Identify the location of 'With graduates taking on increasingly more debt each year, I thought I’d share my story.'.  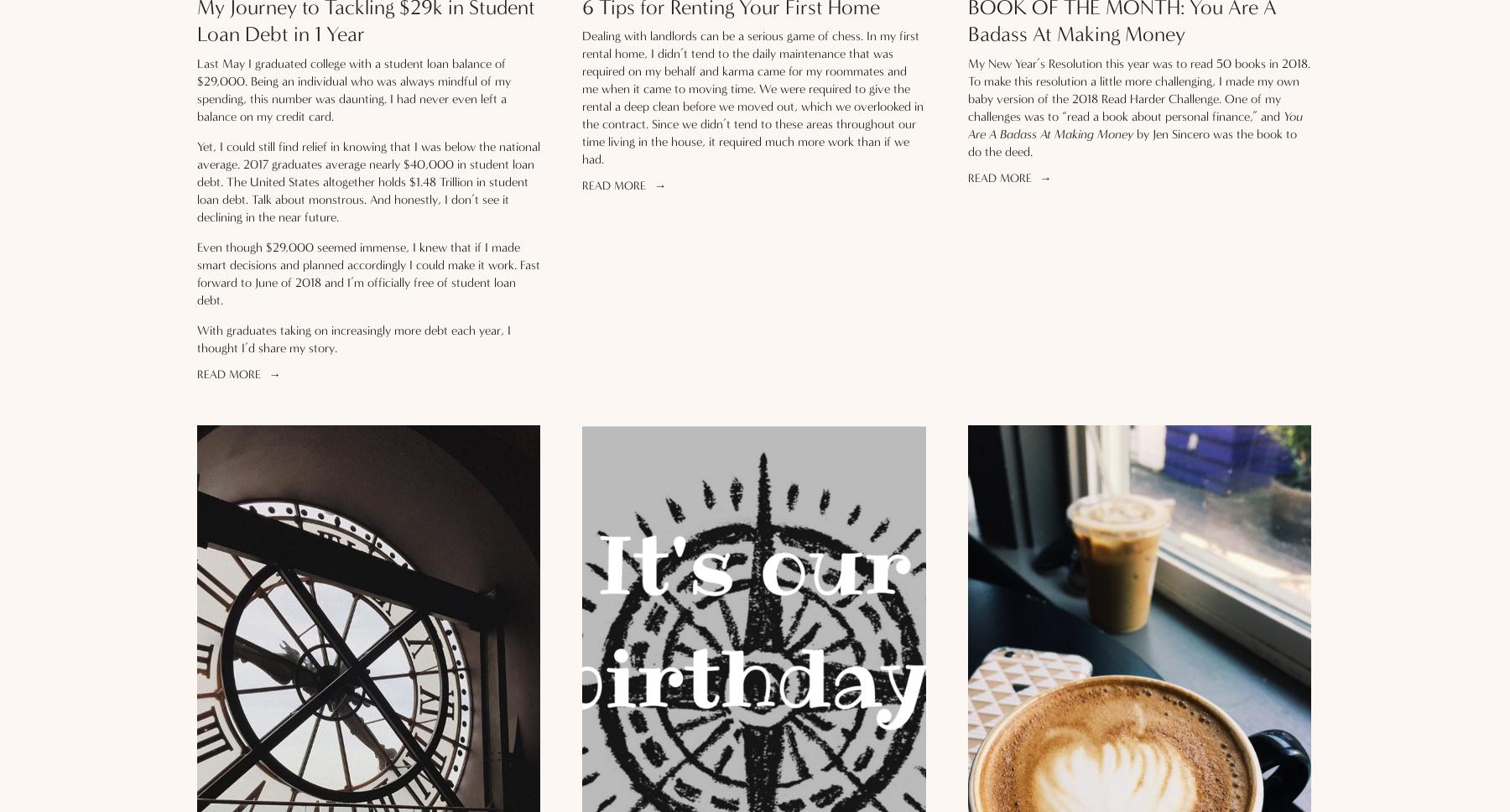
(356, 337).